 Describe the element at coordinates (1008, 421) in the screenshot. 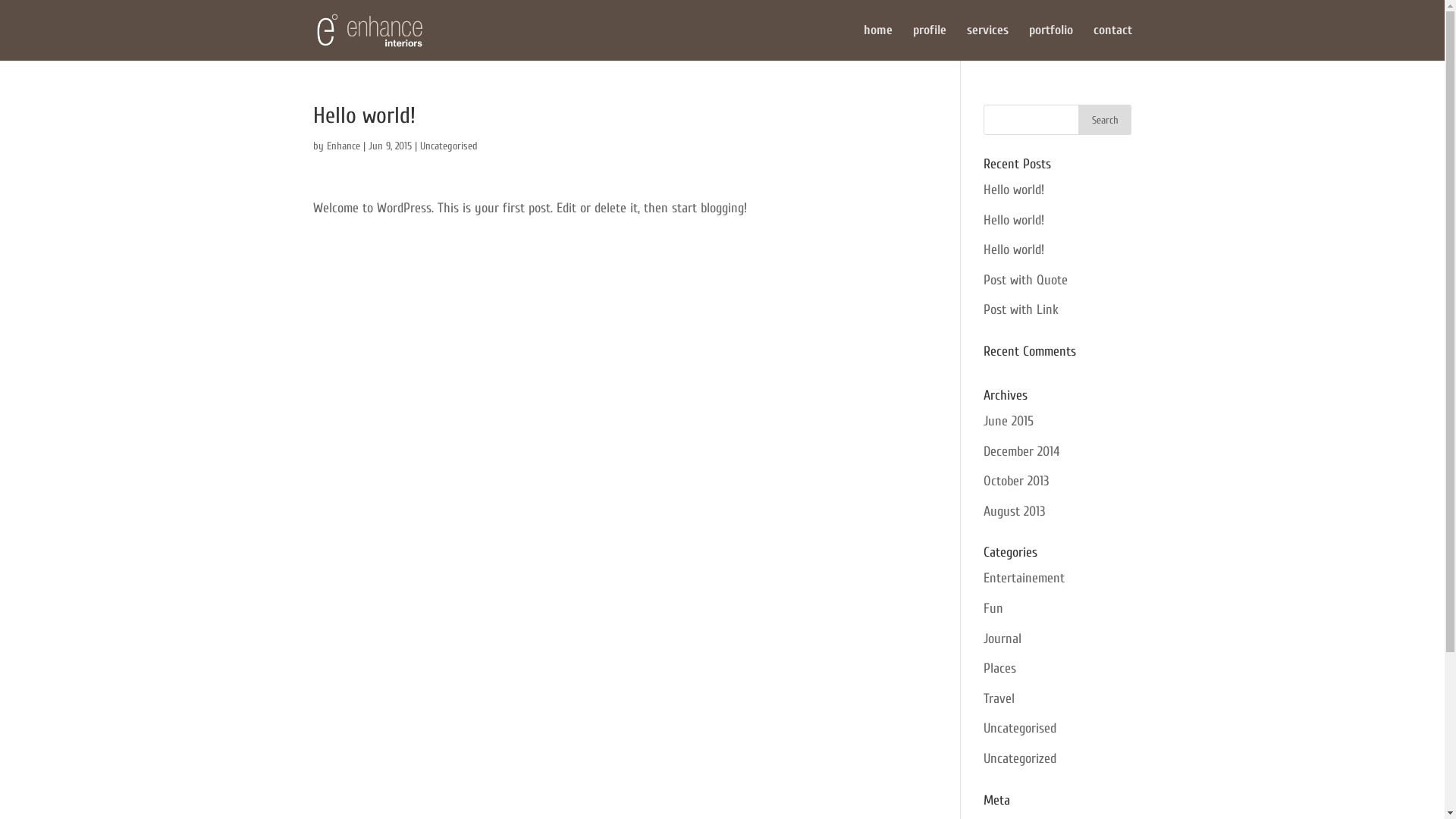

I see `'June 2015'` at that location.